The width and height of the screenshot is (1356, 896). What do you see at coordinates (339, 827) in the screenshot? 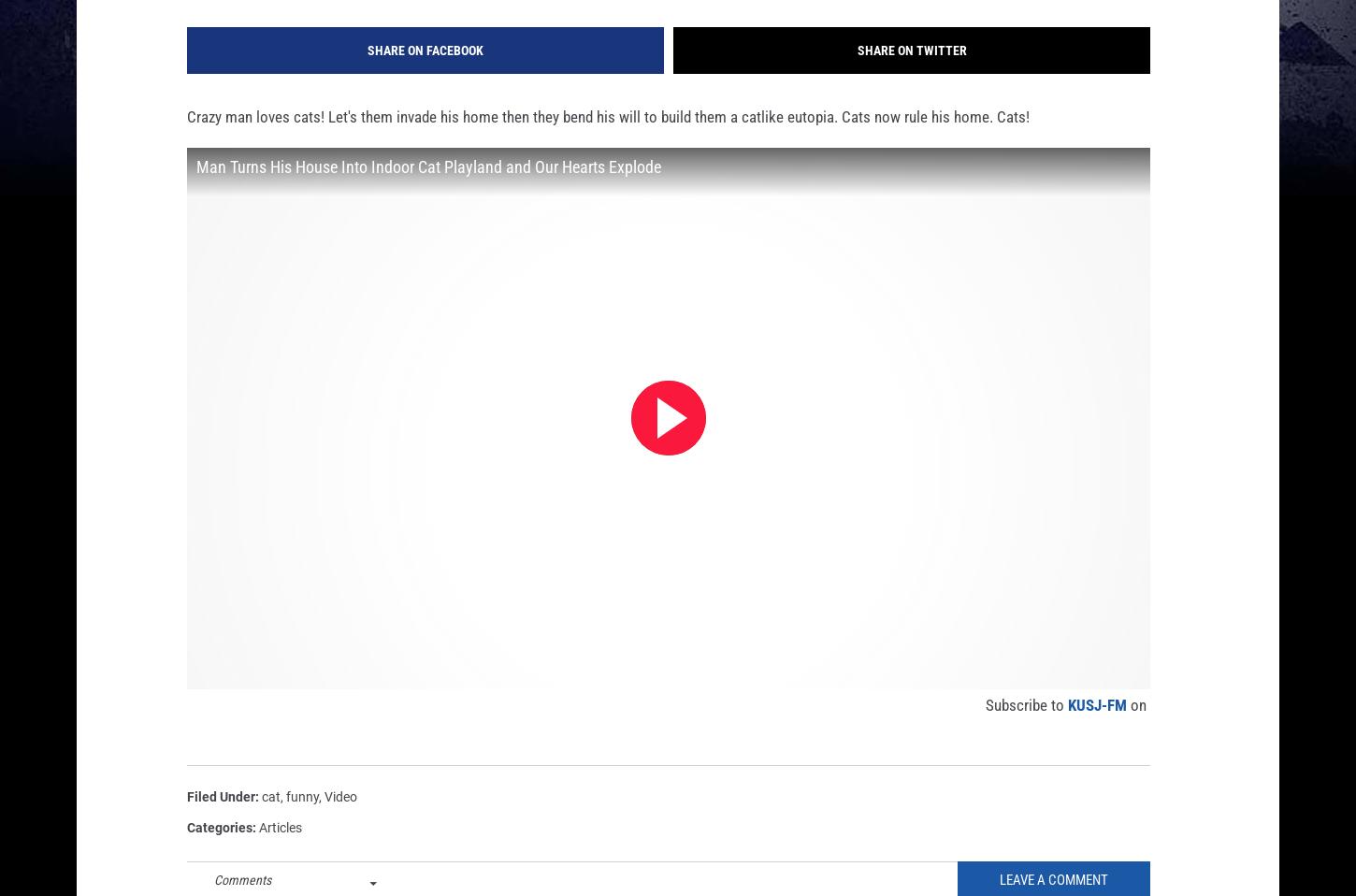
I see `'Video'` at bounding box center [339, 827].